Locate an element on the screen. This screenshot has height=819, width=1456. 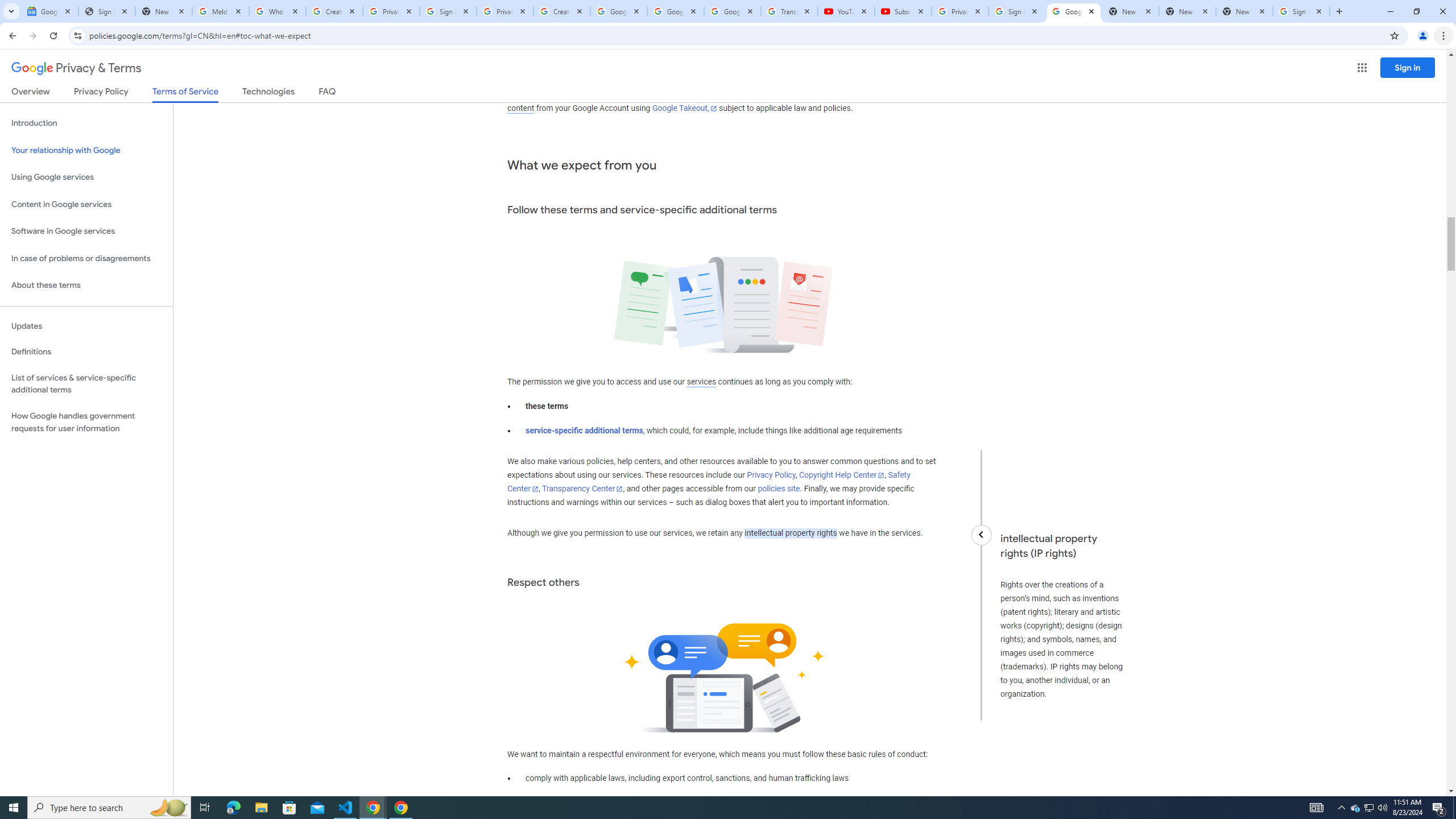
'About these terms' is located at coordinates (86, 285).